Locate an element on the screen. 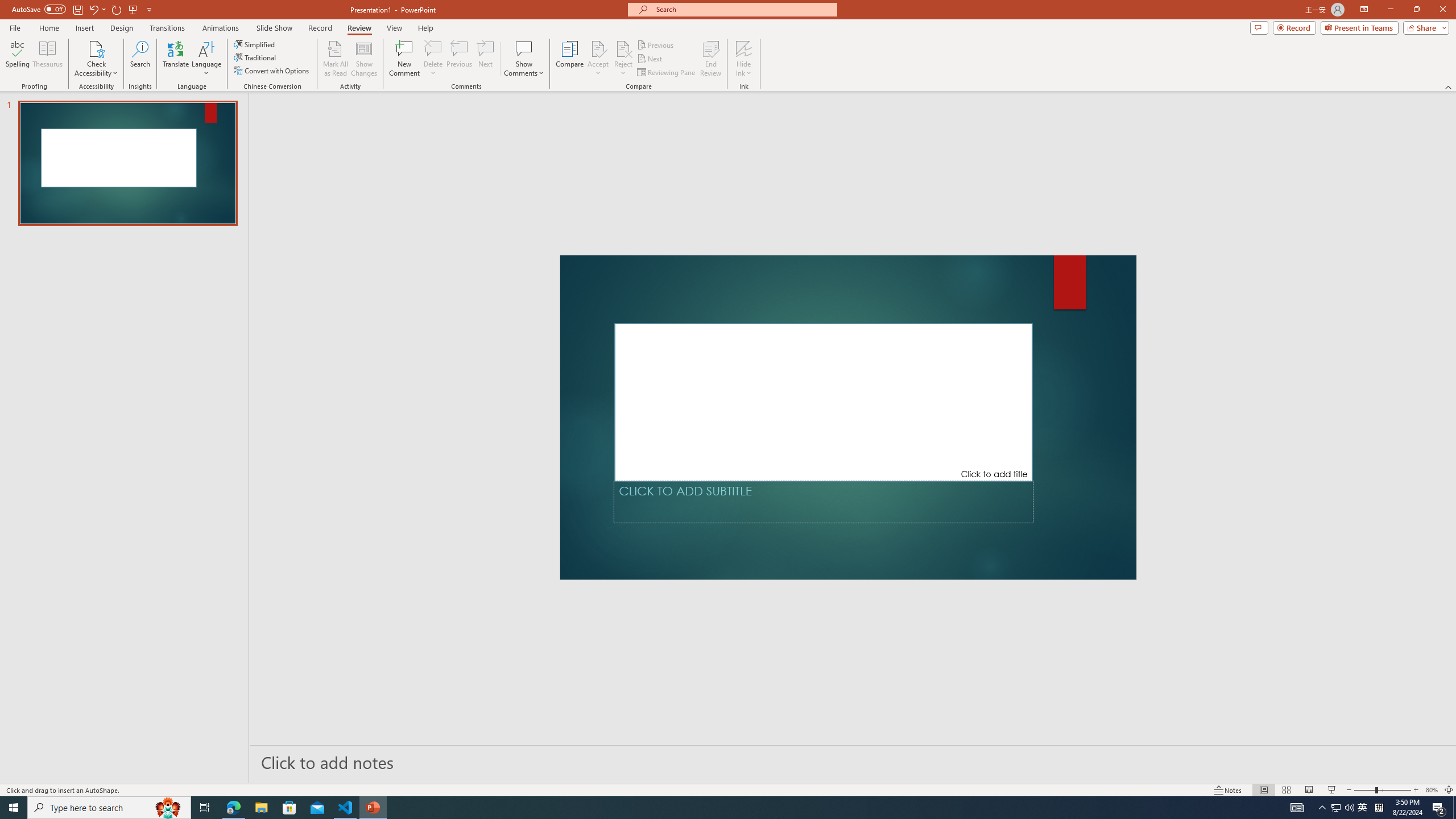  'Share' is located at coordinates (1423, 27).